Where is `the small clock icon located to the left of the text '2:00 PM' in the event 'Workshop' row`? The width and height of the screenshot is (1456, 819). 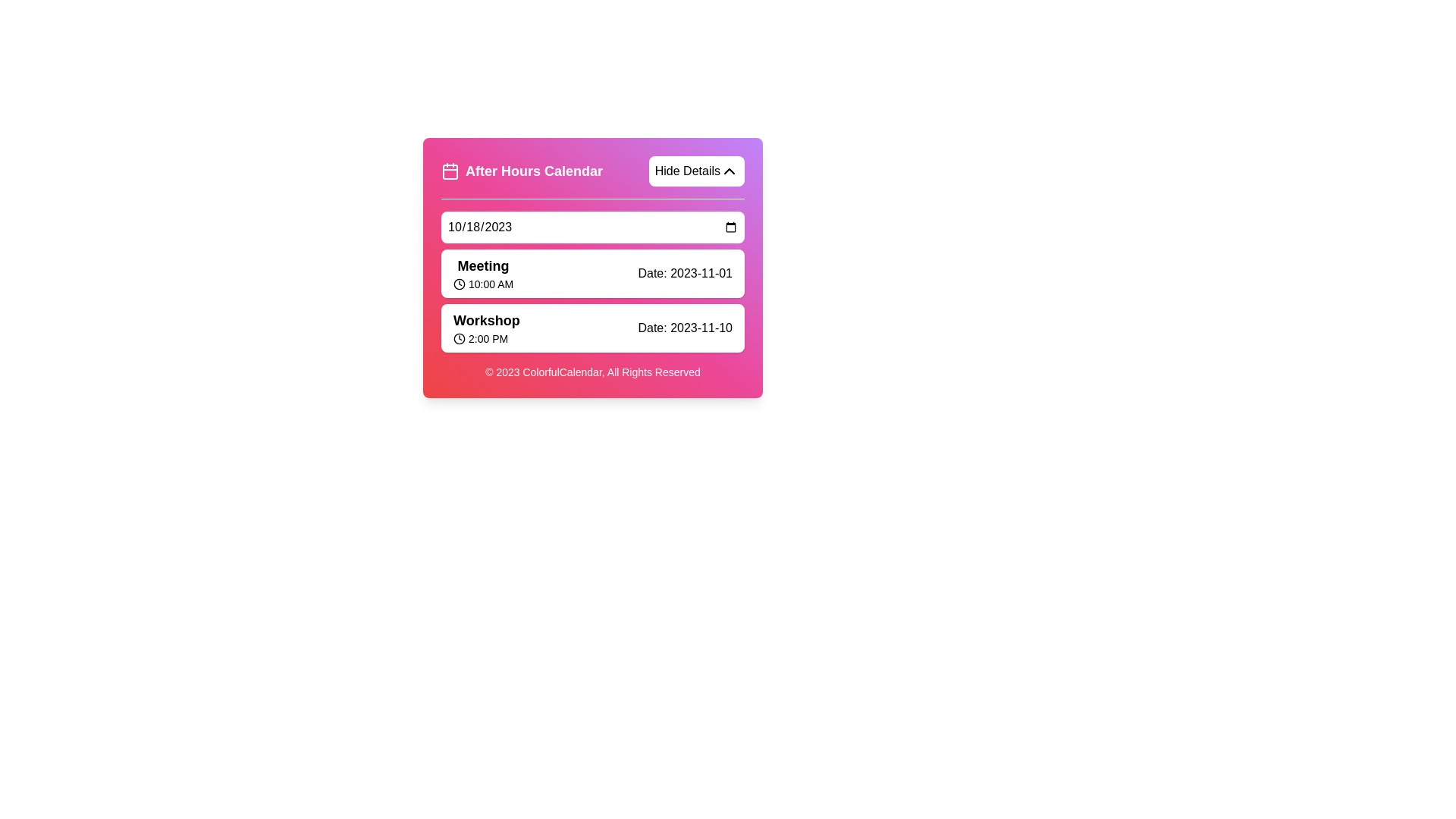
the small clock icon located to the left of the text '2:00 PM' in the event 'Workshop' row is located at coordinates (458, 338).